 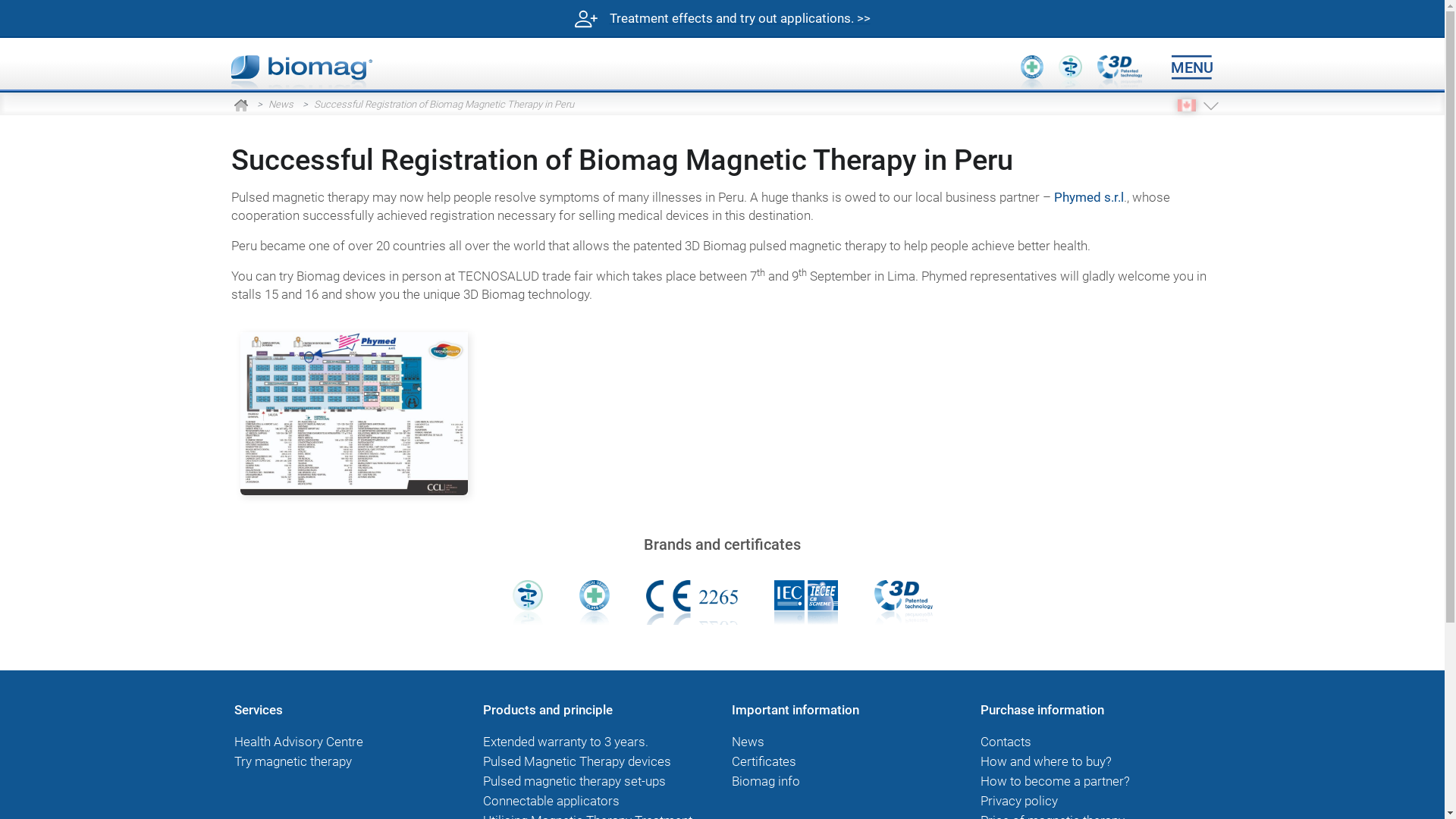 What do you see at coordinates (1053, 780) in the screenshot?
I see `'How to become a partner?'` at bounding box center [1053, 780].